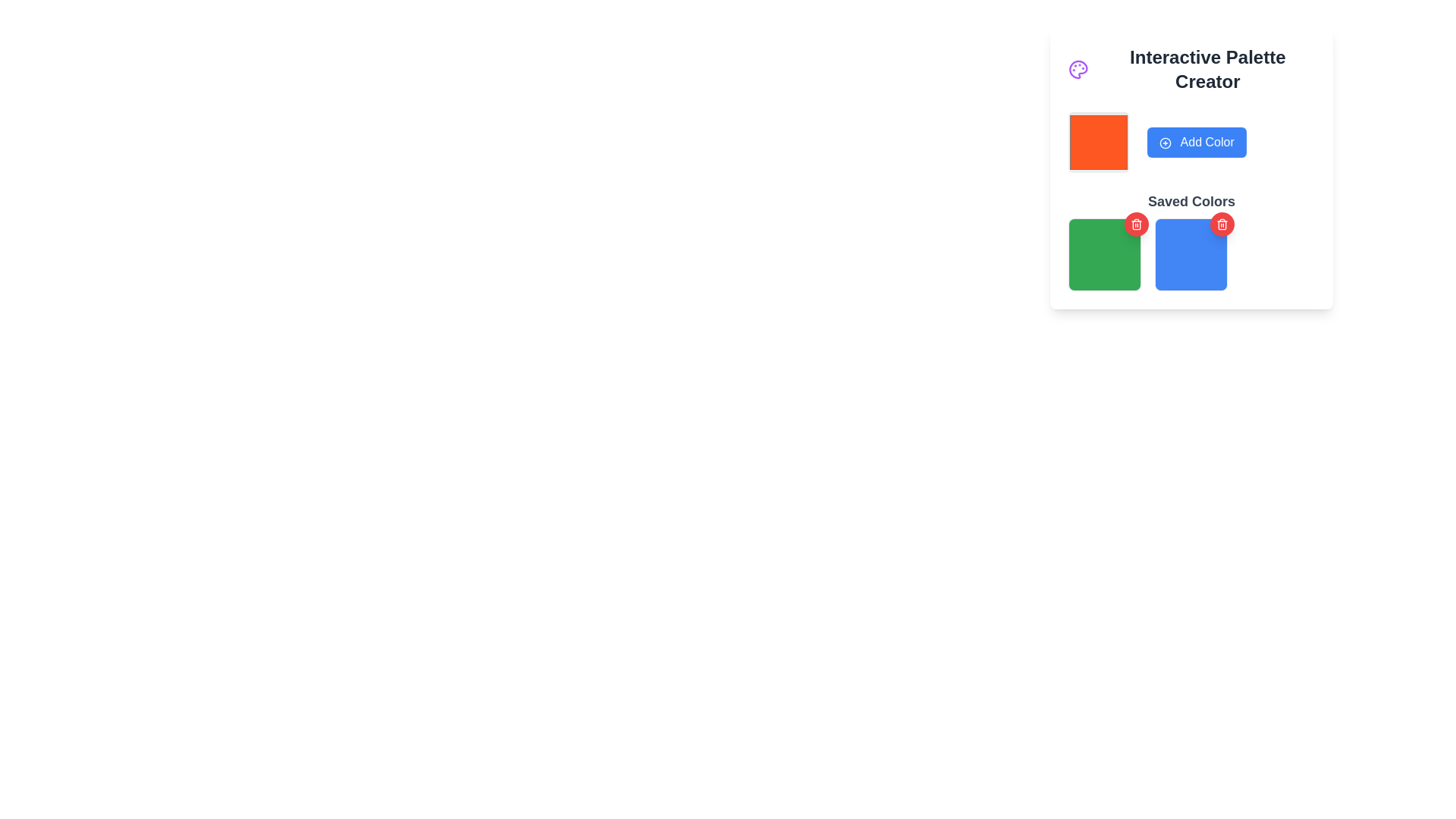 The height and width of the screenshot is (819, 1456). What do you see at coordinates (1222, 225) in the screenshot?
I see `the central vertical rectangular outline component with rounded edges in the trash icon above the blue color block in the 'Saved Colors' section` at bounding box center [1222, 225].